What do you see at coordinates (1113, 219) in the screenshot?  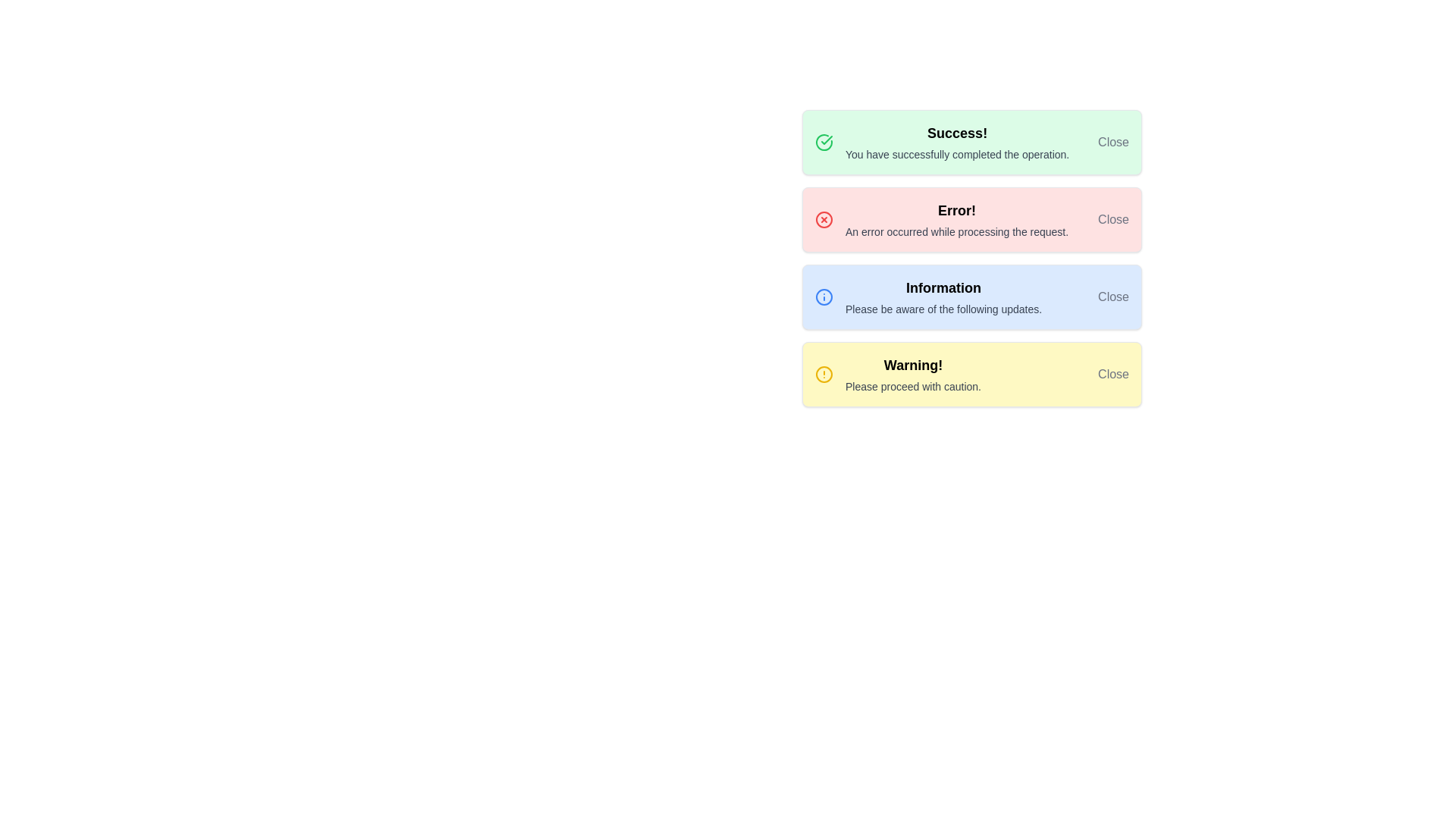 I see `the dismiss button with text label` at bounding box center [1113, 219].